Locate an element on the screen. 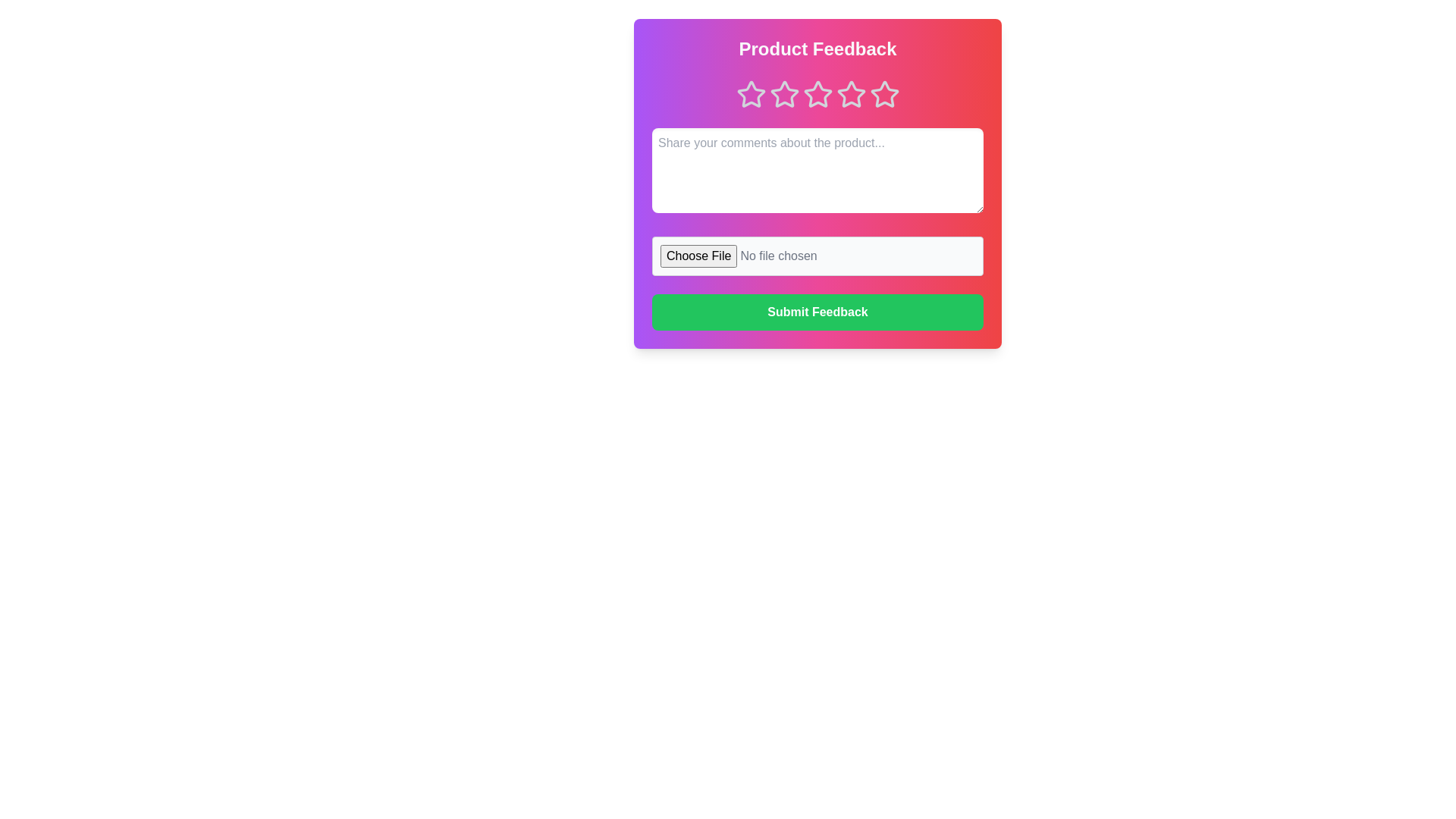 This screenshot has width=1456, height=819. the active third star icon in the rating system is located at coordinates (817, 94).